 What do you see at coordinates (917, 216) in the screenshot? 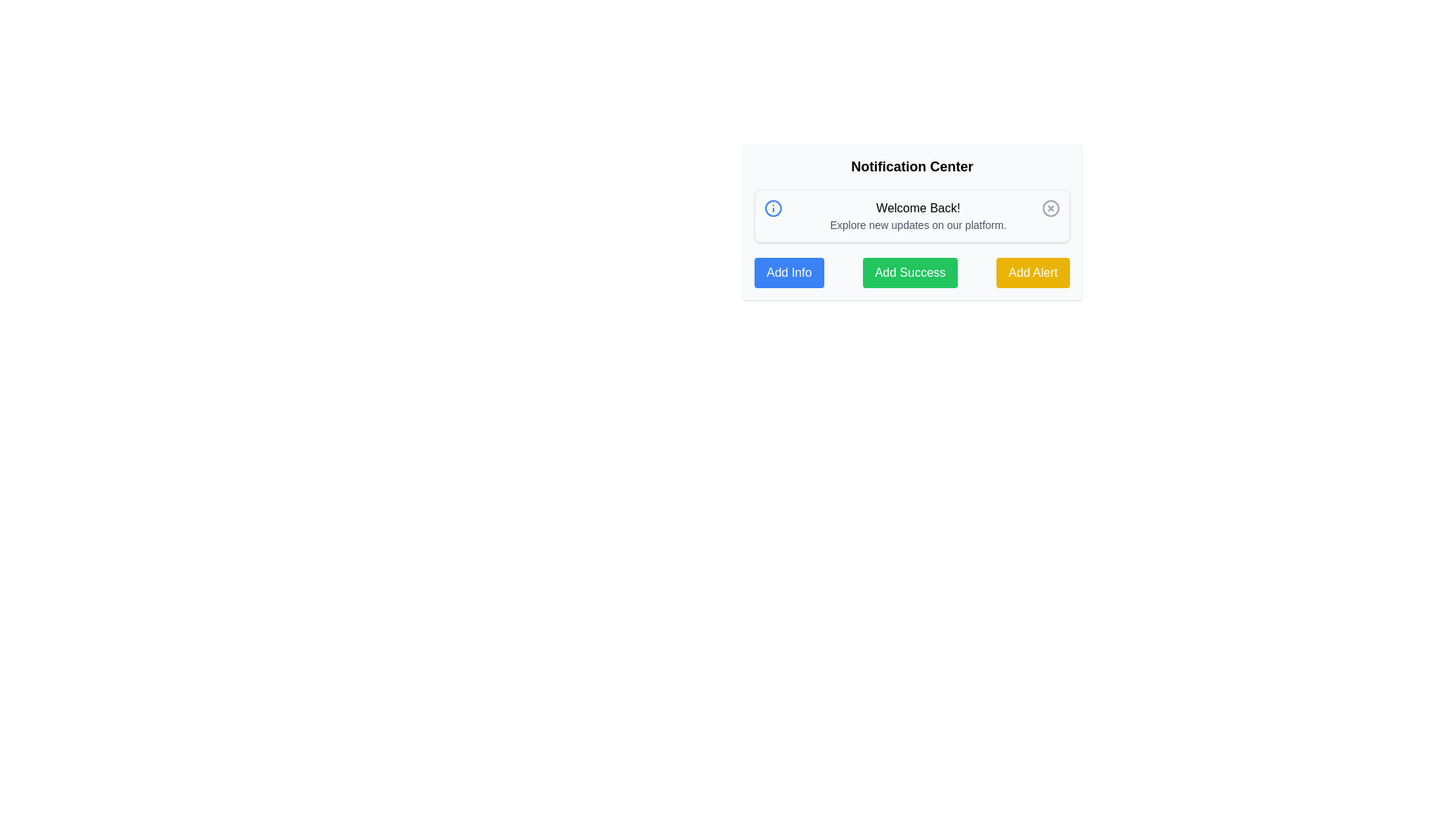
I see `the text display block that contains the bold introductory message 'Welcome Back!' and additional context 'Explore new updates on our platform.'` at bounding box center [917, 216].